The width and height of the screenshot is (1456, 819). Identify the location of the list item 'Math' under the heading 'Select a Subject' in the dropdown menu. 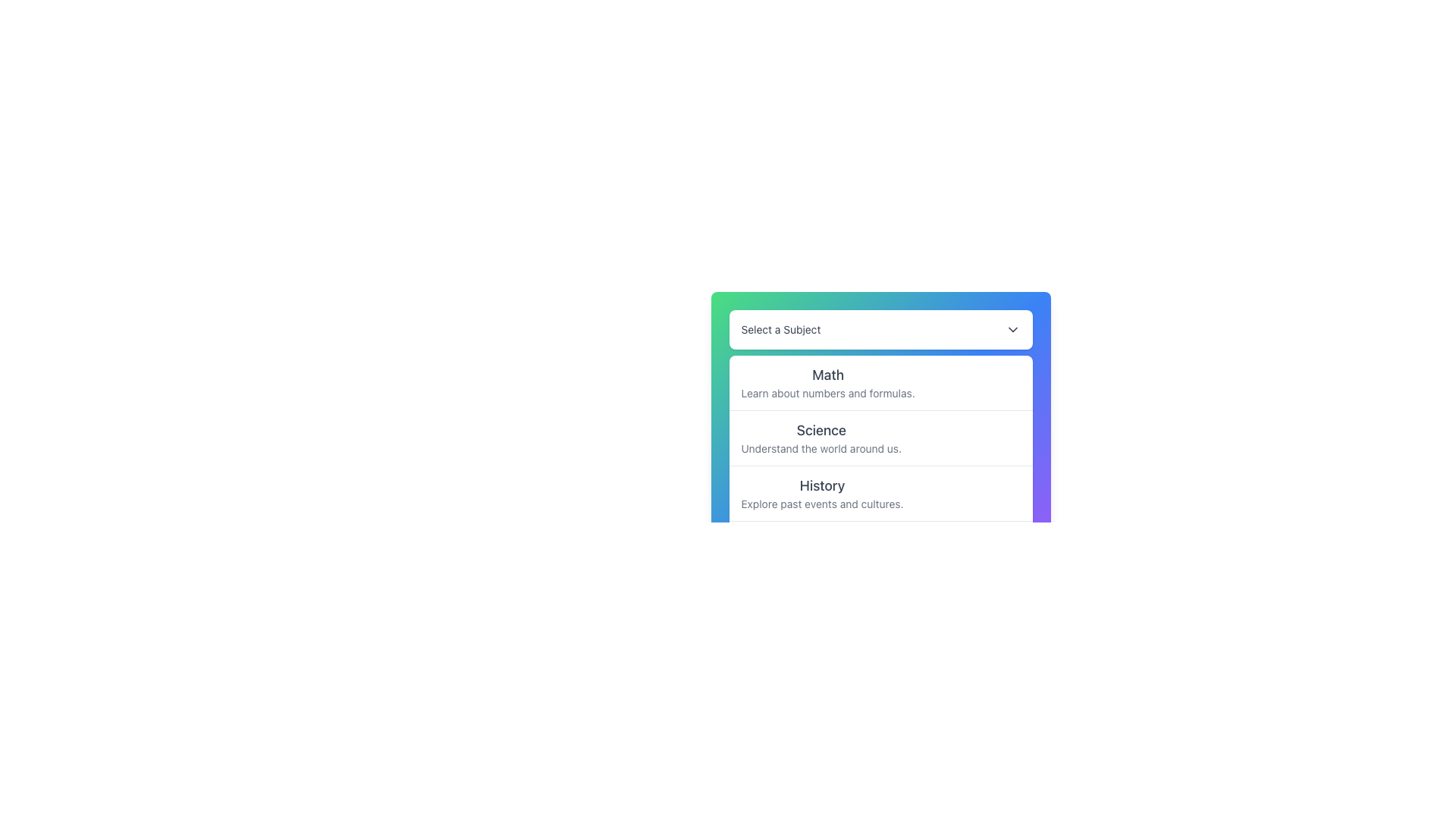
(880, 382).